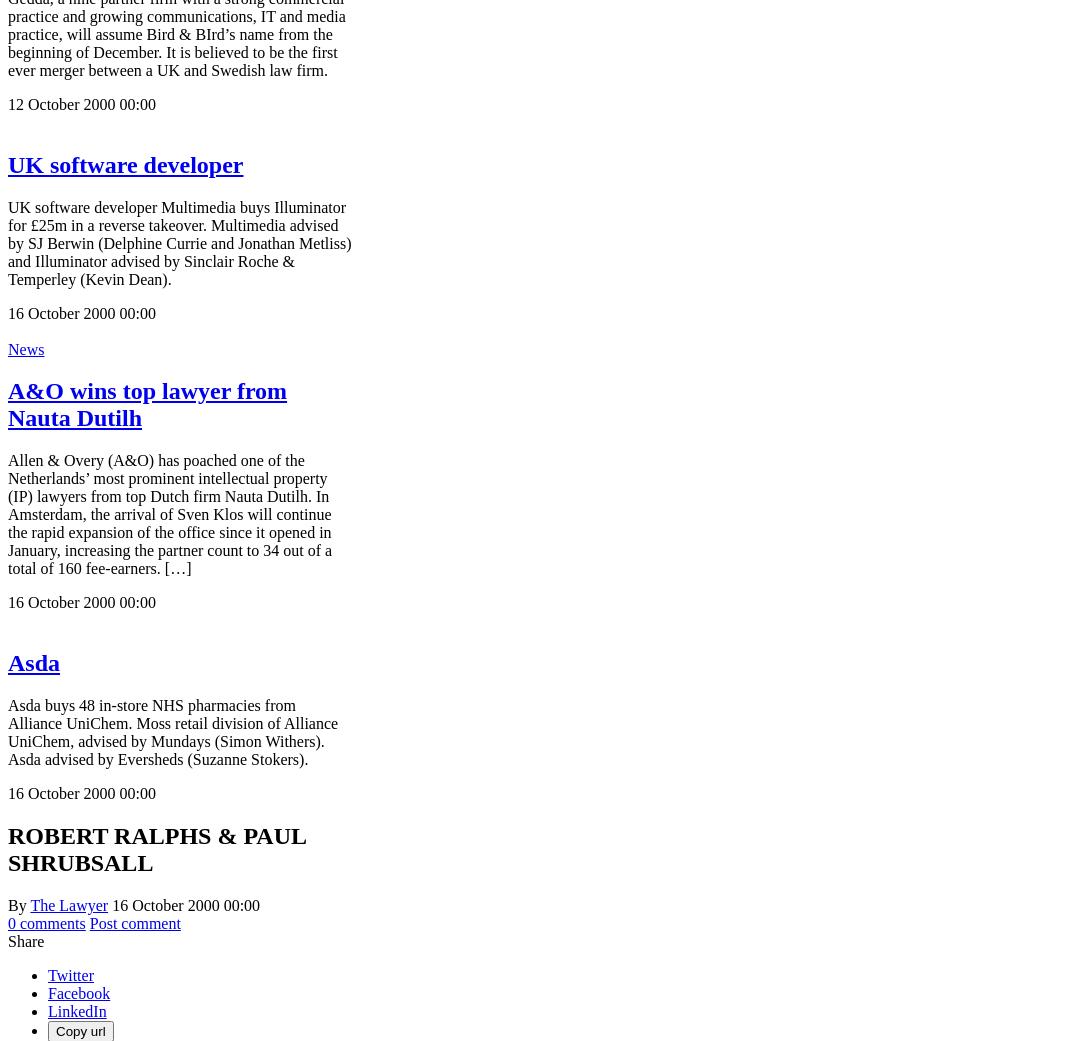 The width and height of the screenshot is (1089, 1041). What do you see at coordinates (46, 922) in the screenshot?
I see `'0 comments'` at bounding box center [46, 922].